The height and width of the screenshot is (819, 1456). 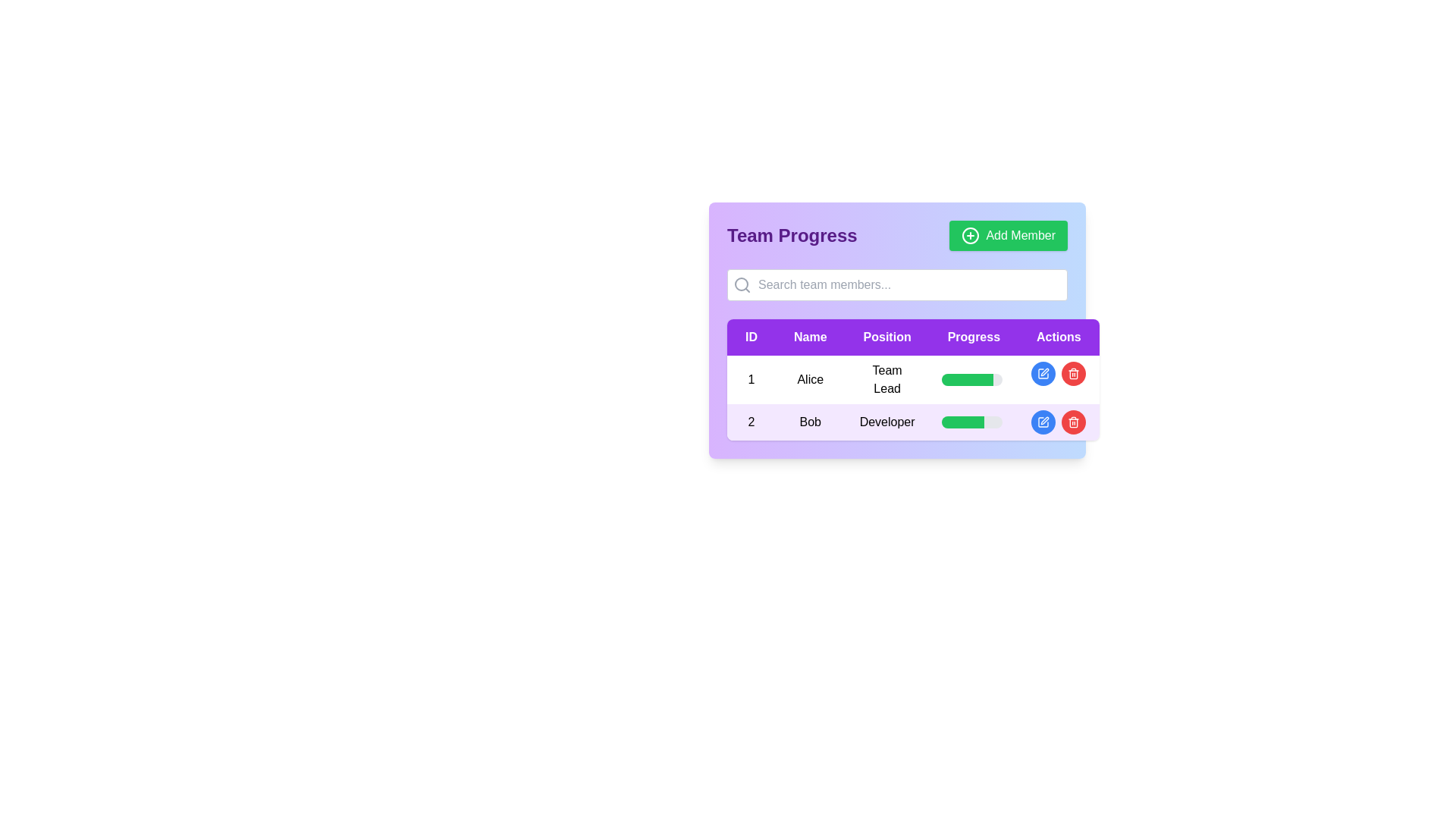 What do you see at coordinates (1058, 422) in the screenshot?
I see `the button located in the 'Actions' column associated with the user 'Bob'` at bounding box center [1058, 422].